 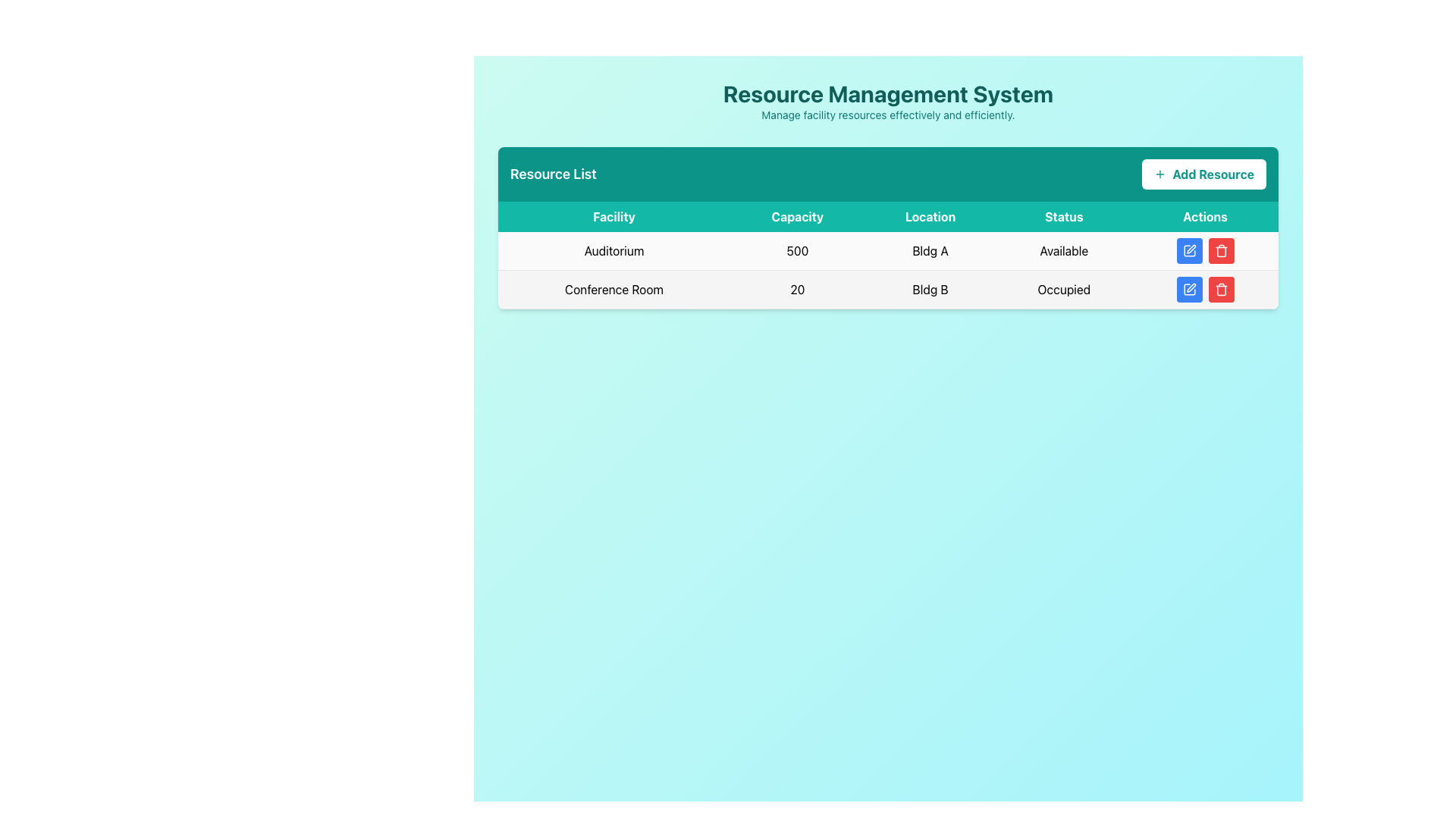 What do you see at coordinates (796, 289) in the screenshot?
I see `capacity value from the table cell located in the second row under the 'Capacity' column, between 'Conference Room' and 'Bldg B'` at bounding box center [796, 289].